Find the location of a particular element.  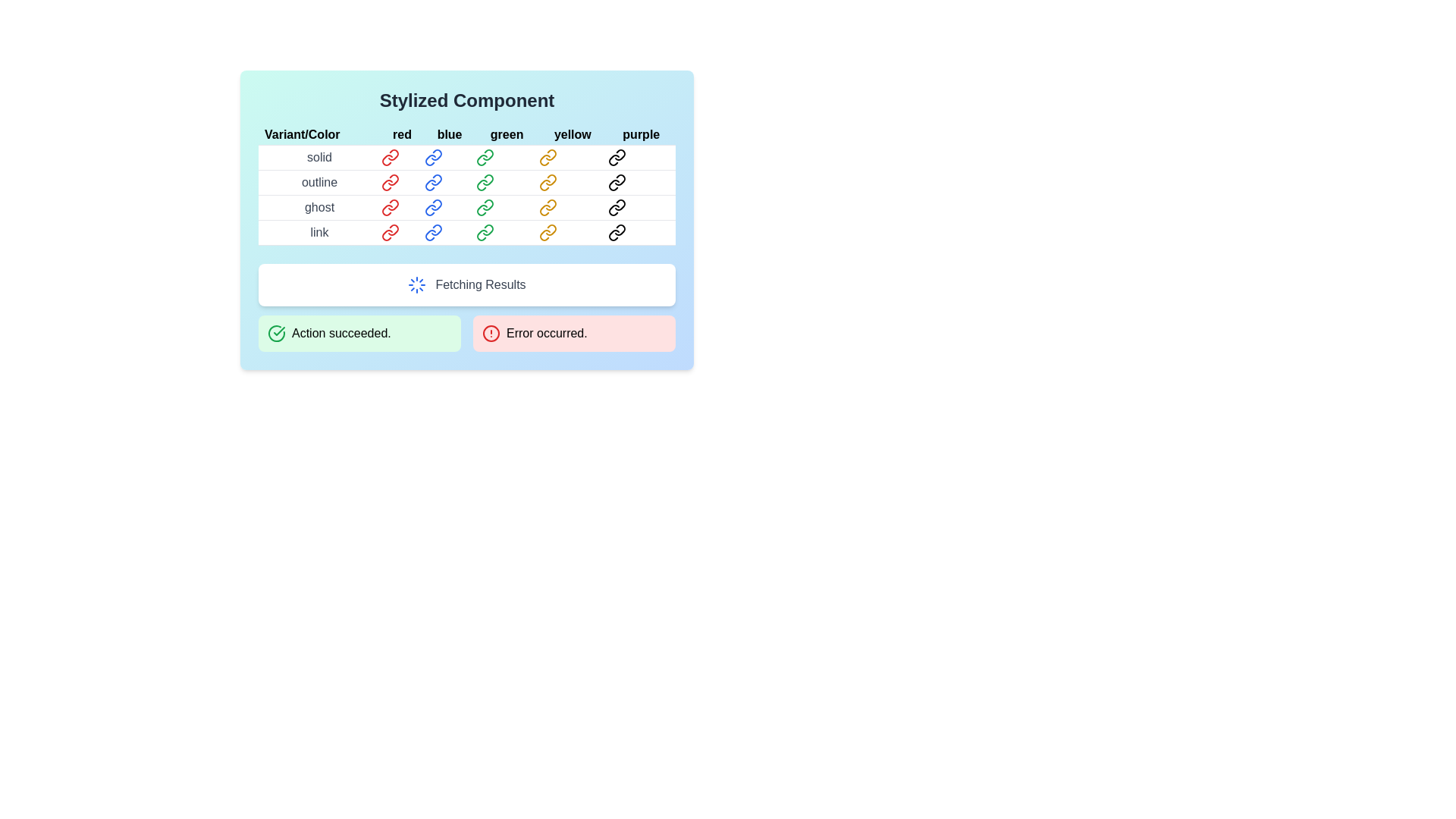

the purple chain link icon located in the first row and fifth column of the grid is located at coordinates (617, 158).